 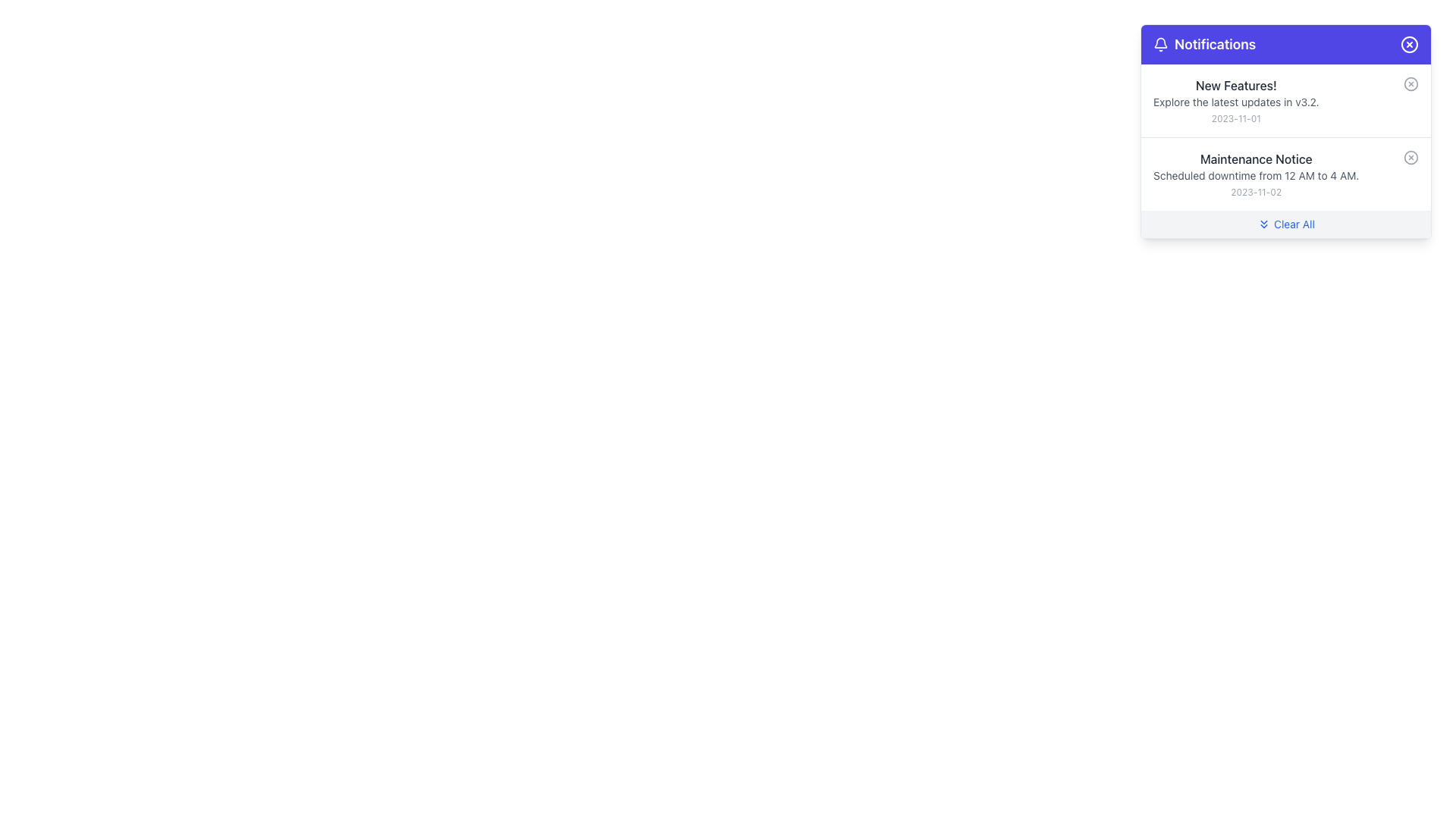 I want to click on the 'Maintenance Notice' text block to emphasize it, which is located in the notification panel as the second notification in the list, so click(x=1256, y=174).